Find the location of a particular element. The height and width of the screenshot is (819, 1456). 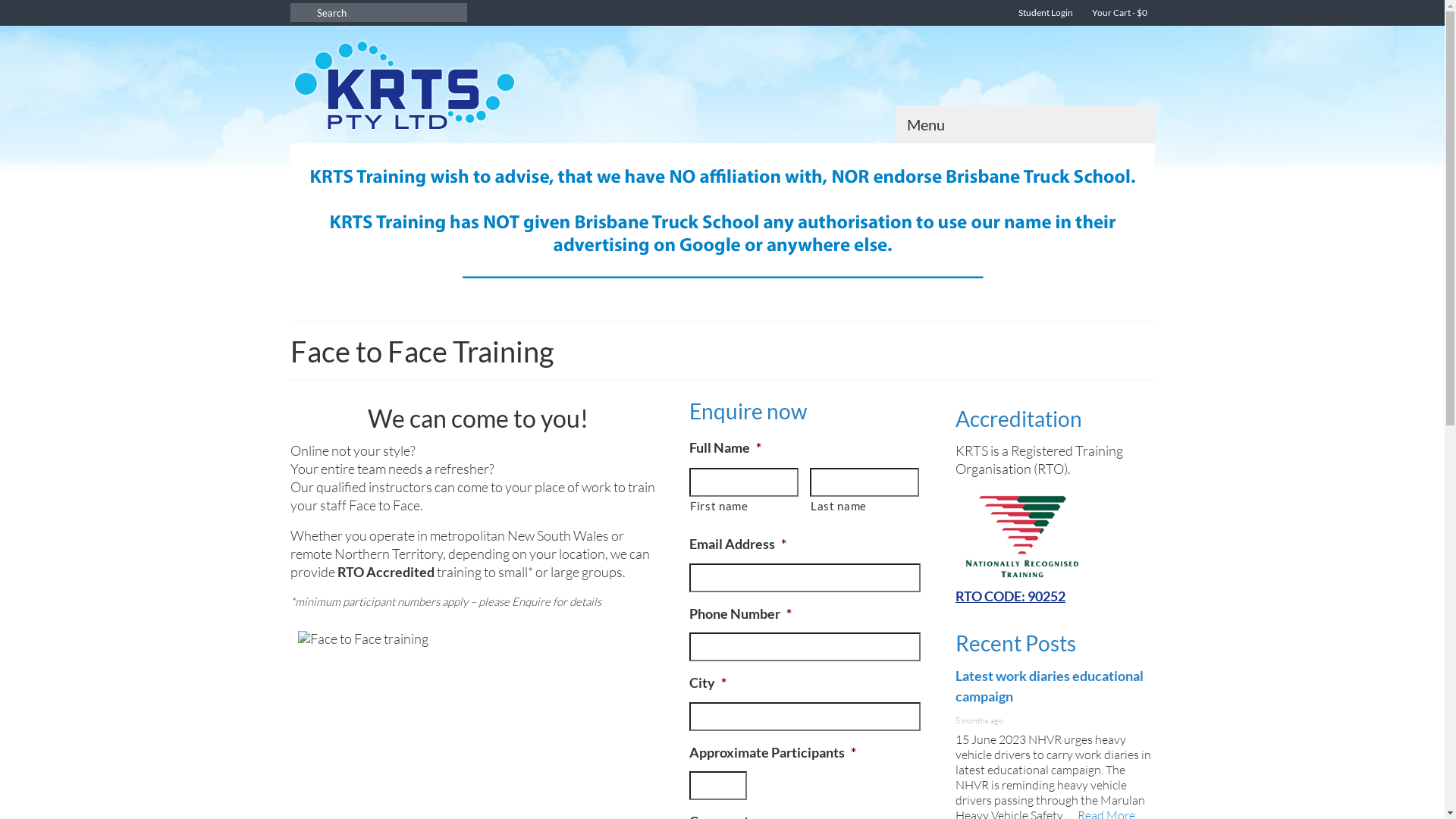

'Menu' is located at coordinates (1024, 124).